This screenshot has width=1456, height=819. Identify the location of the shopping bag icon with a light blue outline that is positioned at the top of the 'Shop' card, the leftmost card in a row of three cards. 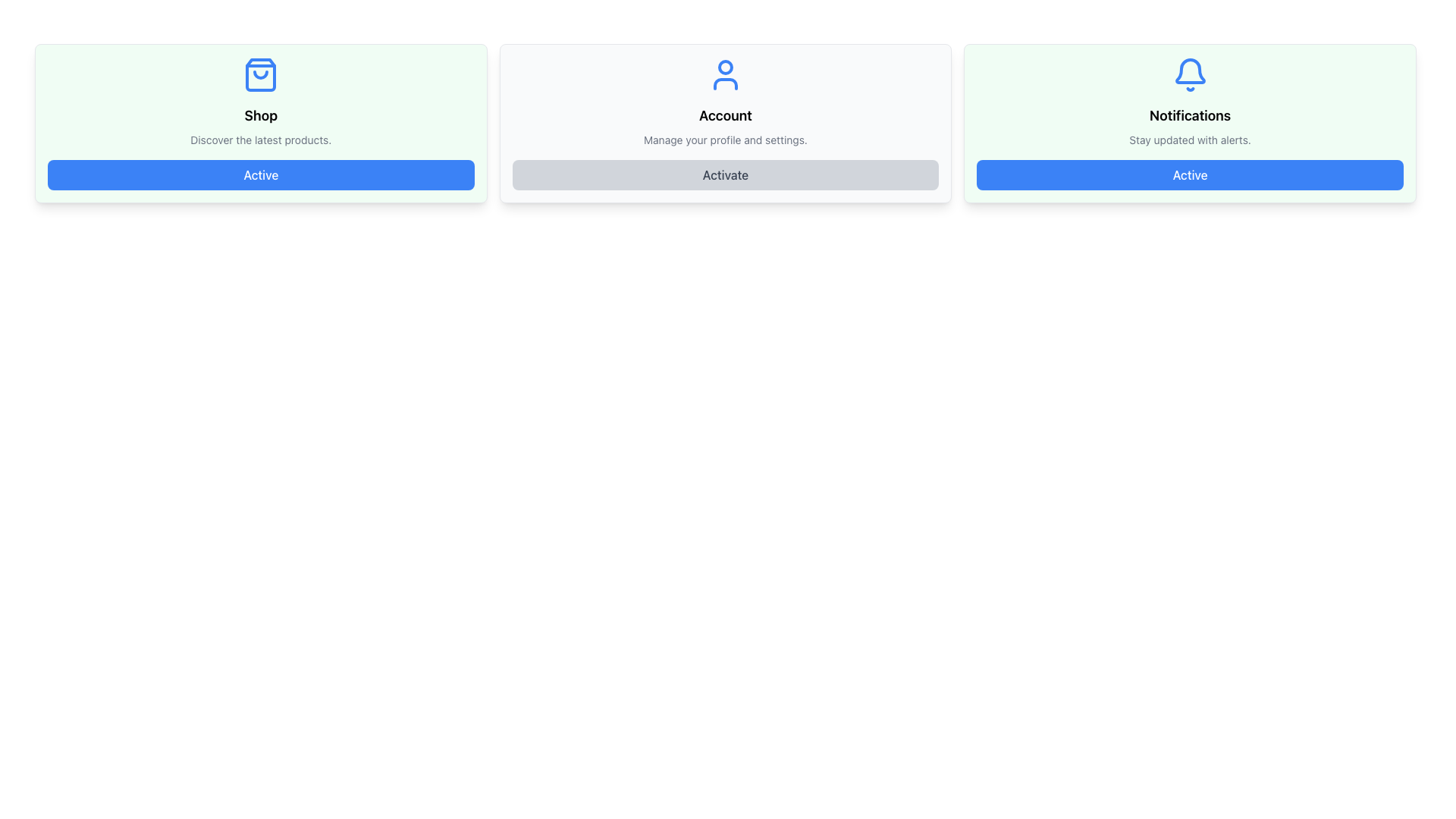
(261, 75).